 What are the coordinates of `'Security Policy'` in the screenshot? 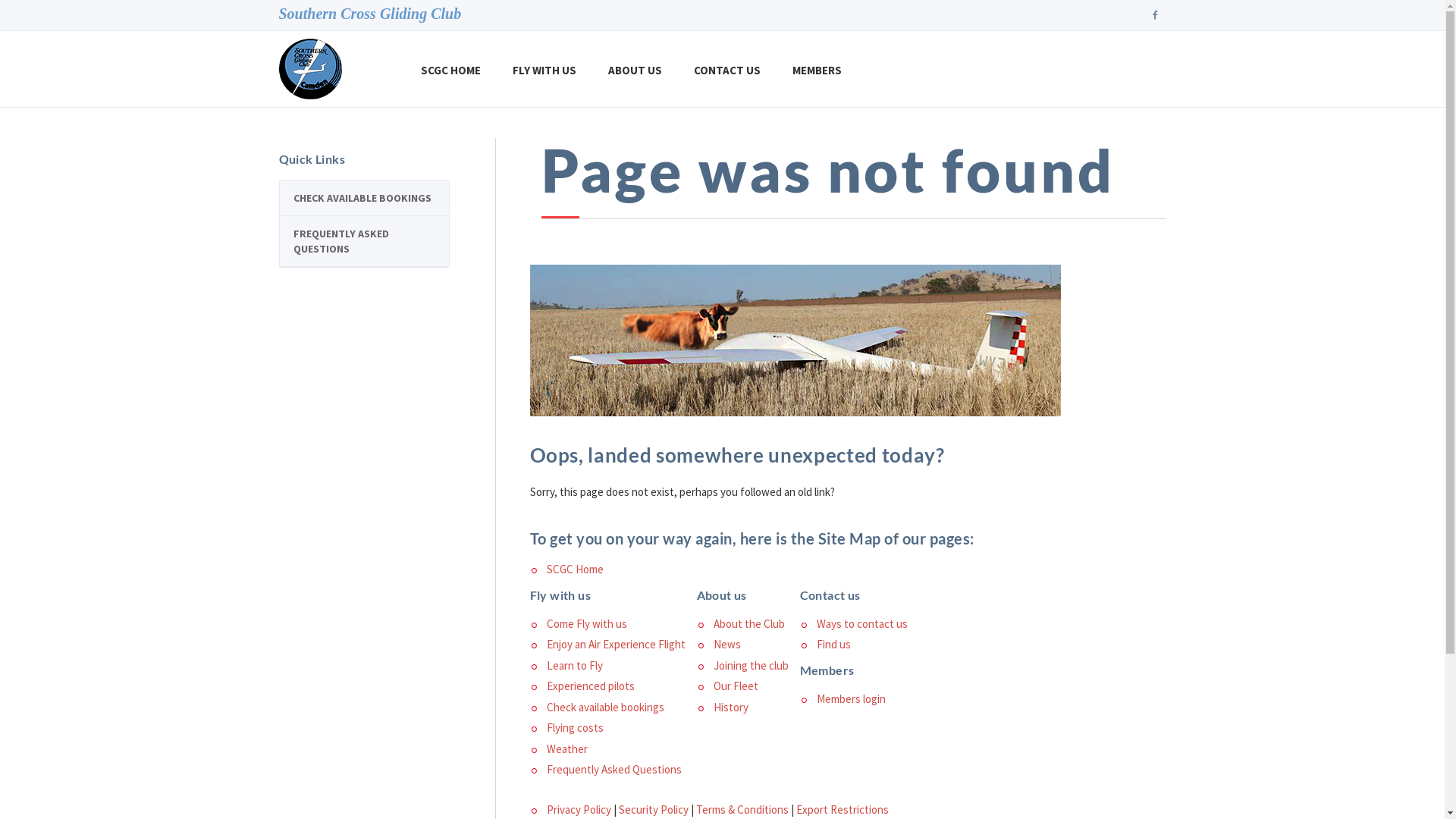 It's located at (654, 808).